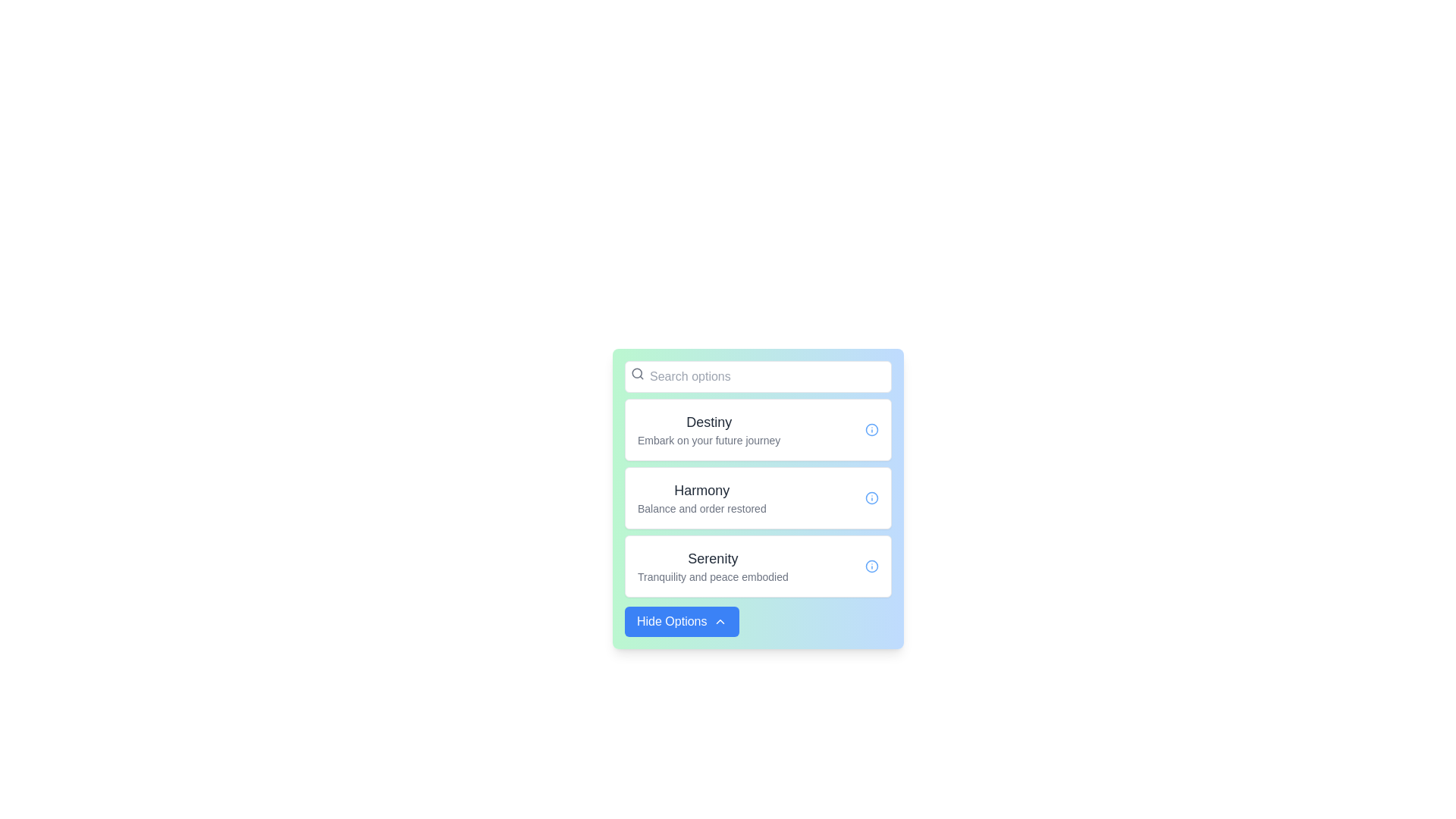  Describe the element at coordinates (712, 576) in the screenshot. I see `the descriptive text label related to the 'Serenity' option, which is located directly below the bold text labeled 'Serenity' in the bordered section of the interface` at that location.